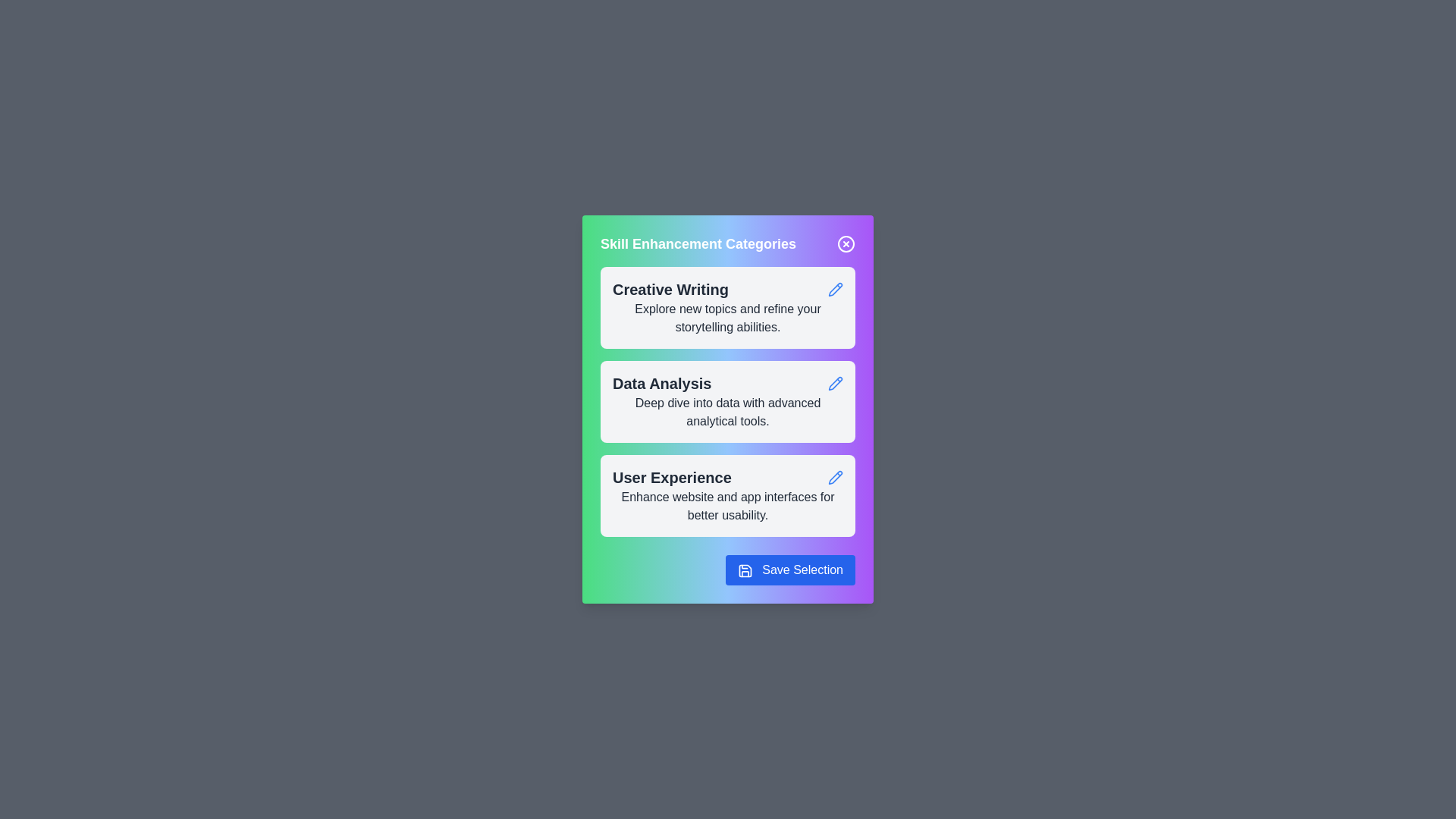 Image resolution: width=1456 pixels, height=819 pixels. I want to click on the text of the category card labeled 'User Experience' to select it, so click(671, 476).